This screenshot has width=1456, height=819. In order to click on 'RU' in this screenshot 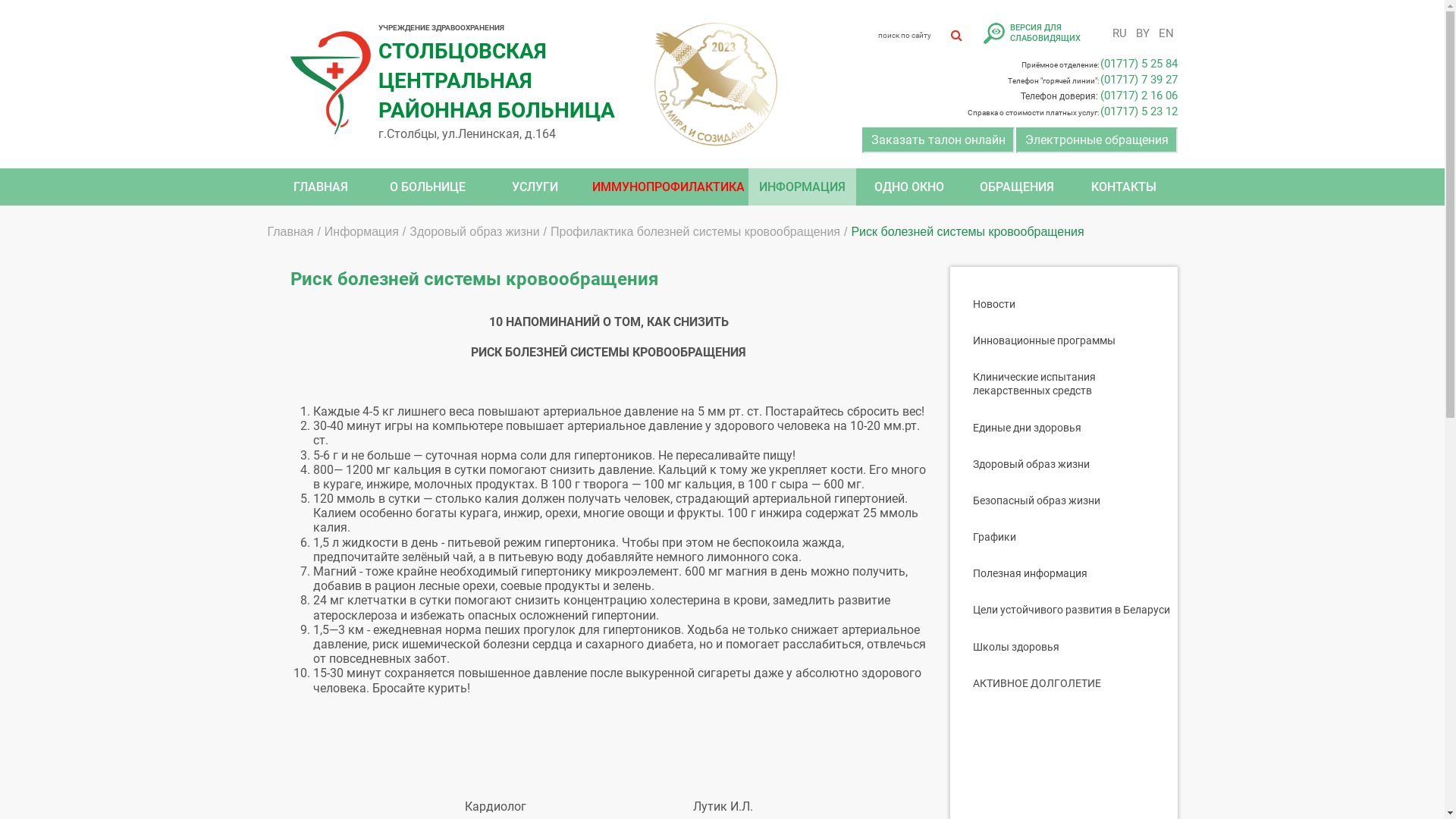, I will do `click(1109, 33)`.